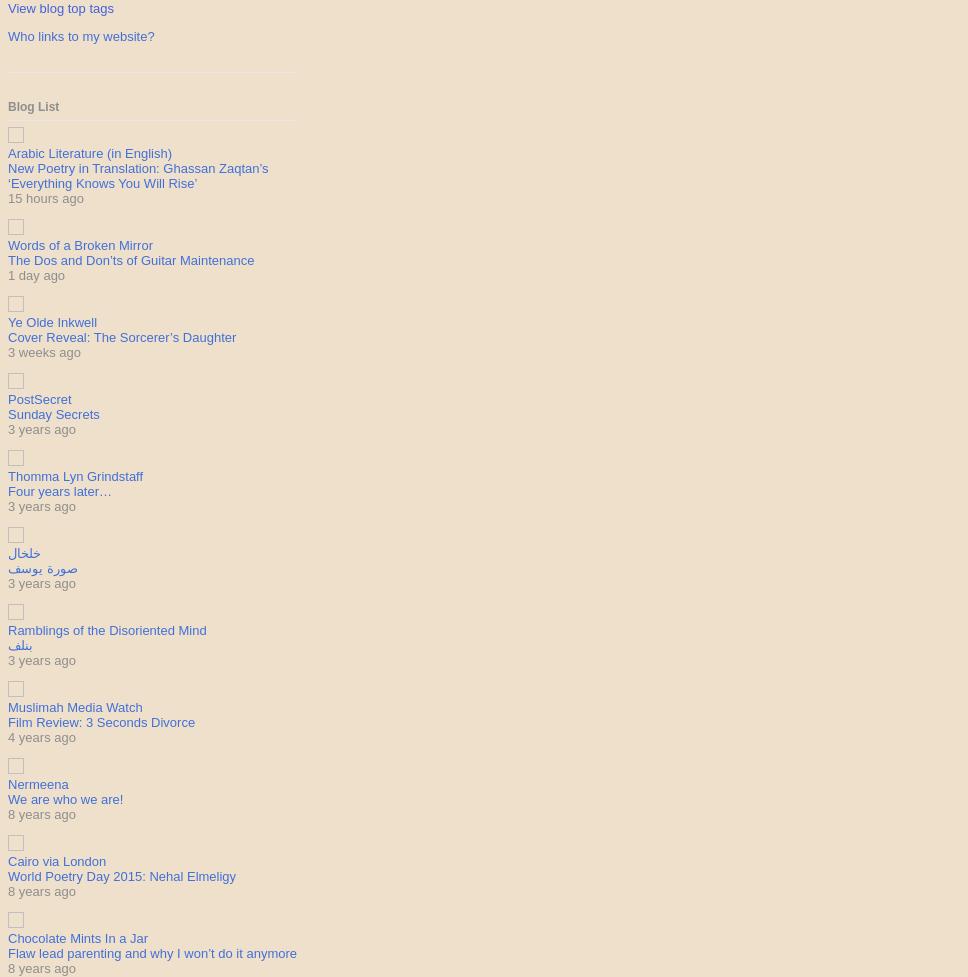 The height and width of the screenshot is (977, 968). What do you see at coordinates (90, 153) in the screenshot?
I see `'Arabic Literature (in English)'` at bounding box center [90, 153].